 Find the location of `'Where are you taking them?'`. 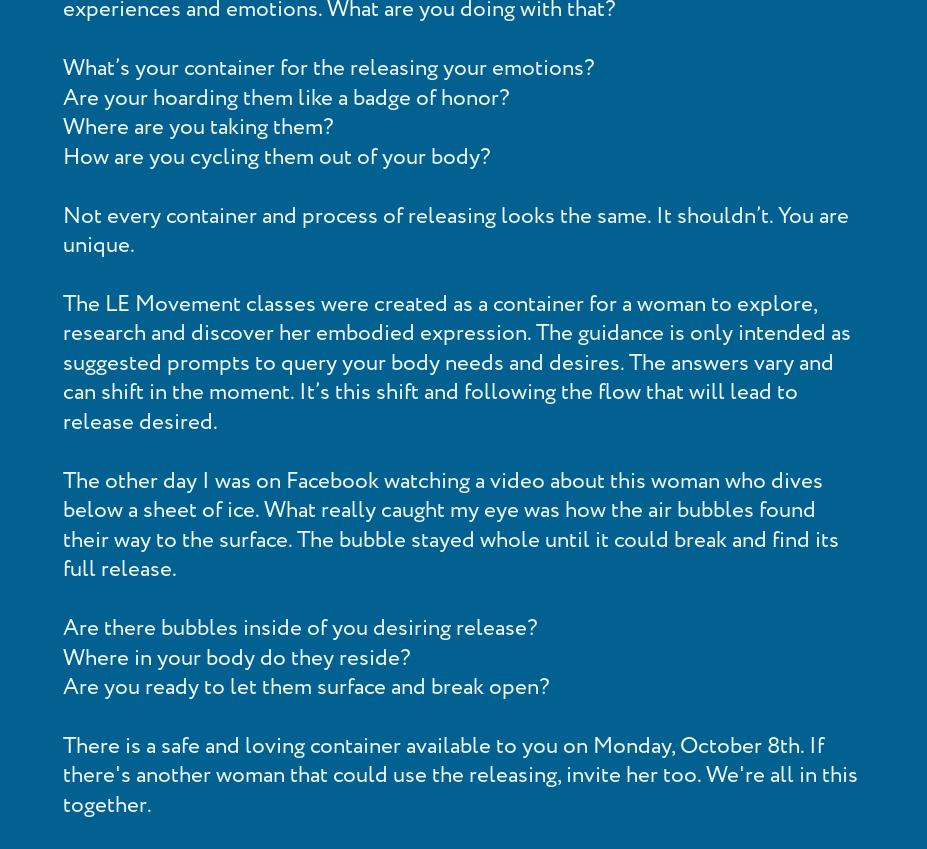

'Where are you taking them?' is located at coordinates (197, 126).